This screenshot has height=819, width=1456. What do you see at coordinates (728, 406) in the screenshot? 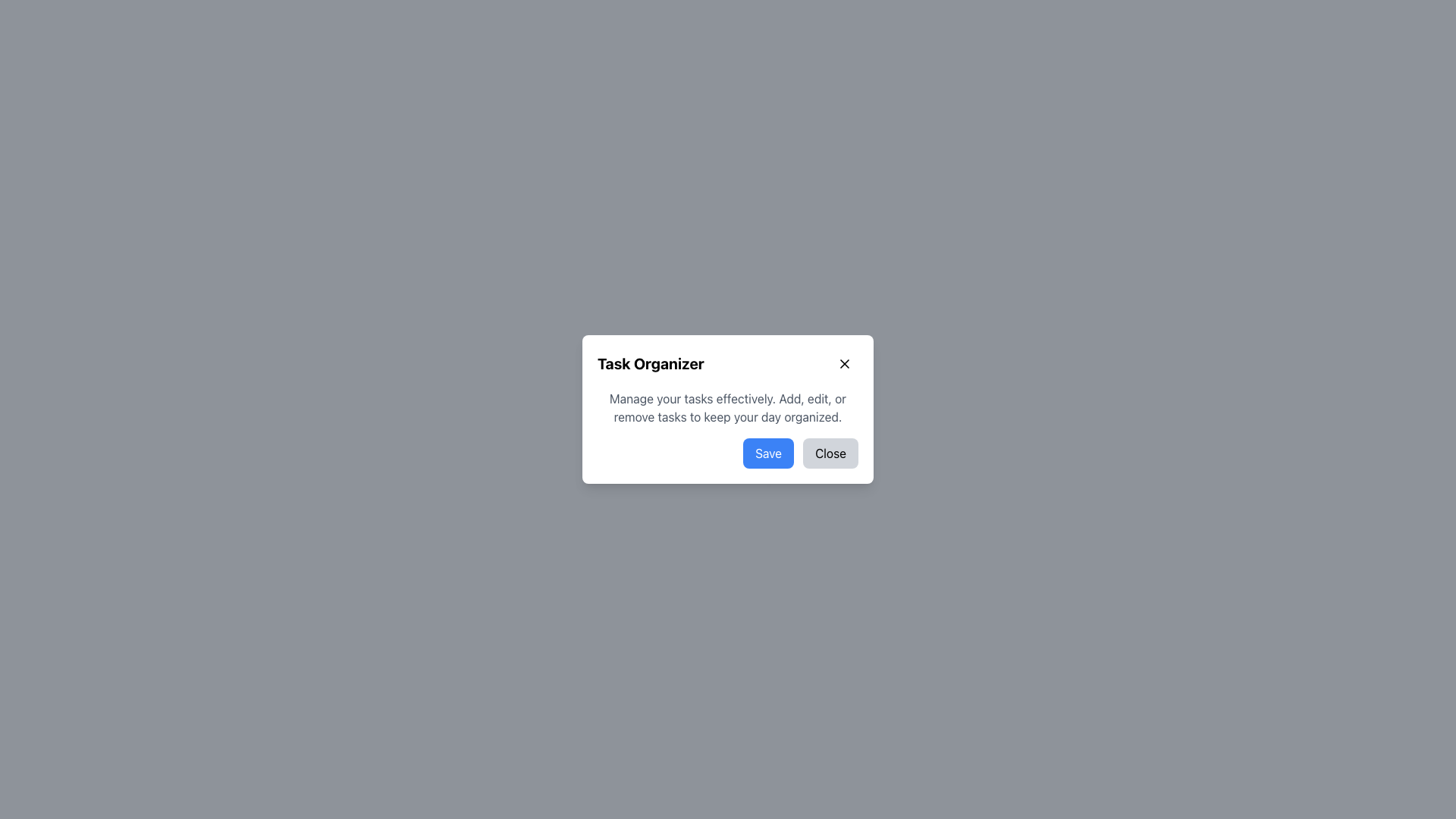
I see `the paragraph displaying the text 'Manage your tasks effectively. Add, edit, or remove tasks to keep your day organized.' which is located below the header 'Task Organizer'` at bounding box center [728, 406].